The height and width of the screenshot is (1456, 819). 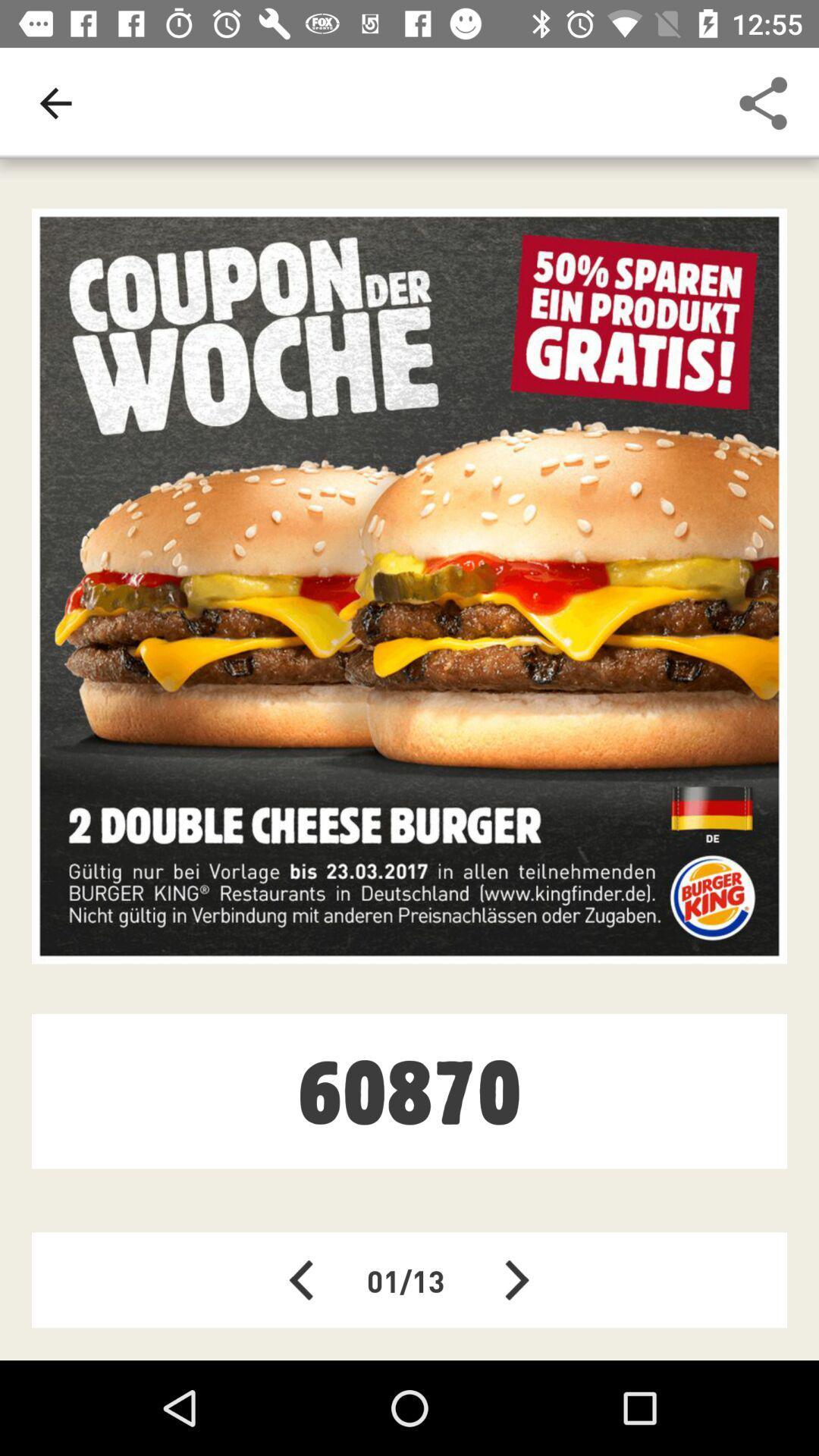 What do you see at coordinates (516, 1279) in the screenshot?
I see `the arrow_forward icon` at bounding box center [516, 1279].